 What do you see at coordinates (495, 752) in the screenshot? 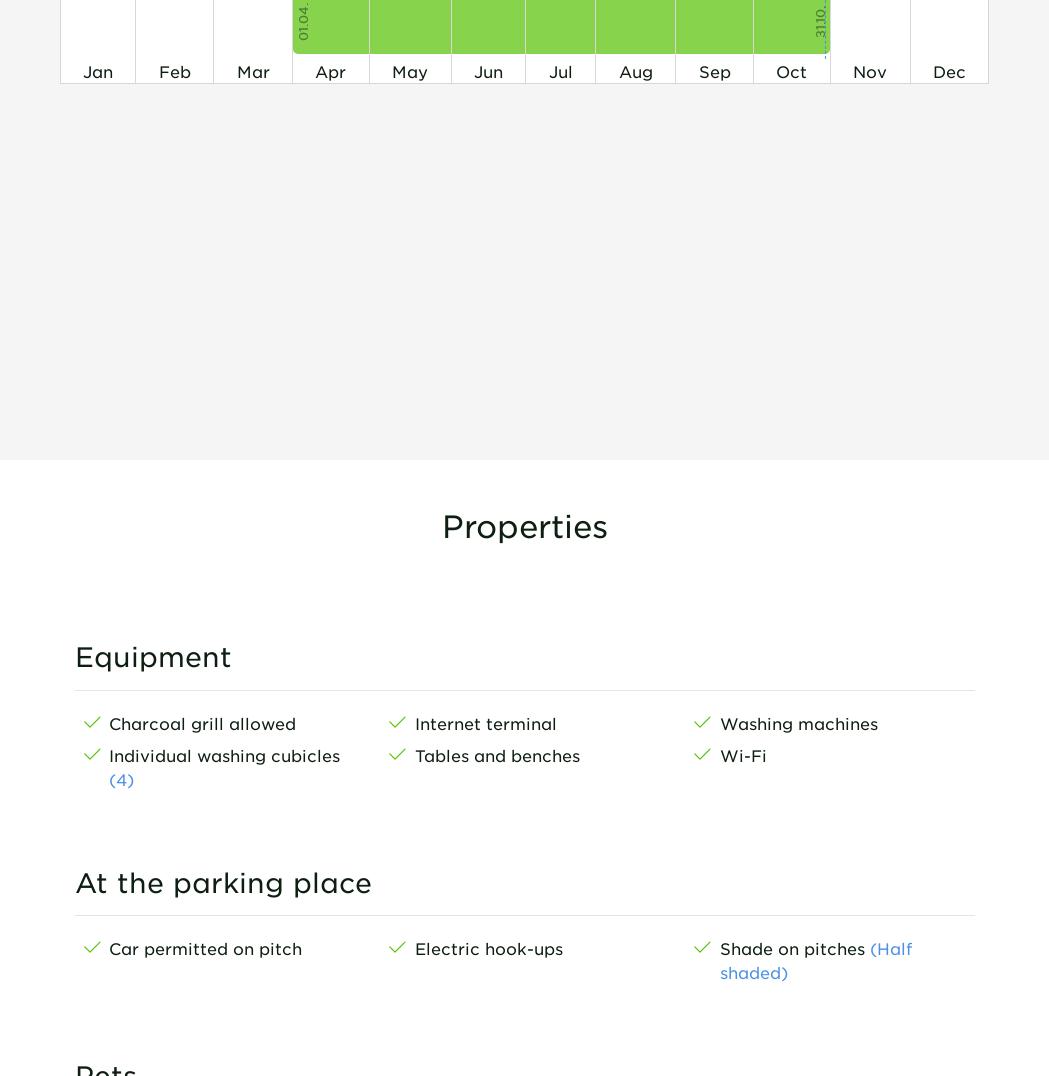
I see `'Tables and benches'` at bounding box center [495, 752].